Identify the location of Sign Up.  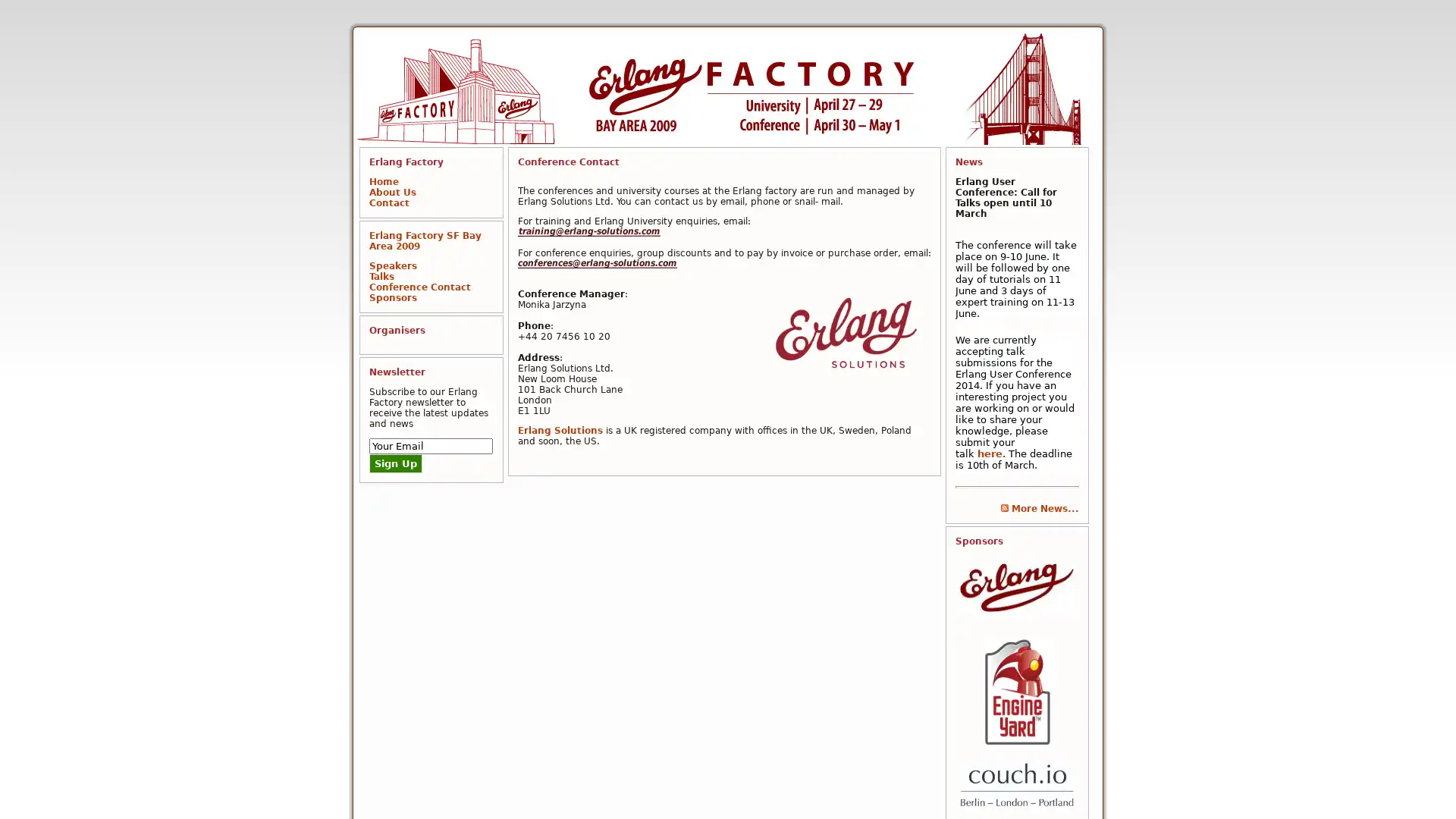
(396, 463).